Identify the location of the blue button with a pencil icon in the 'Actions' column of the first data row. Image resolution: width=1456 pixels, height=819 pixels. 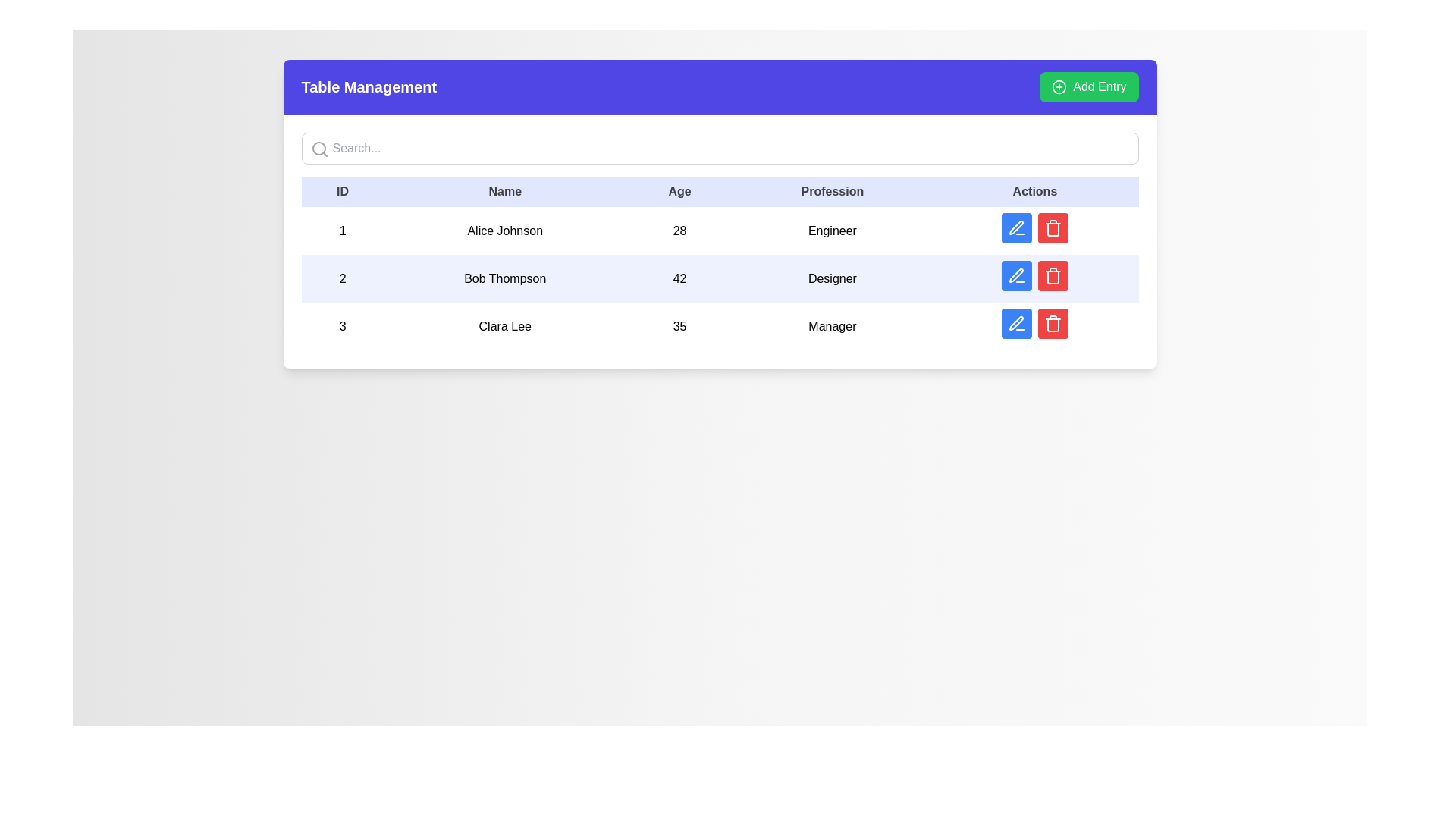
(1034, 227).